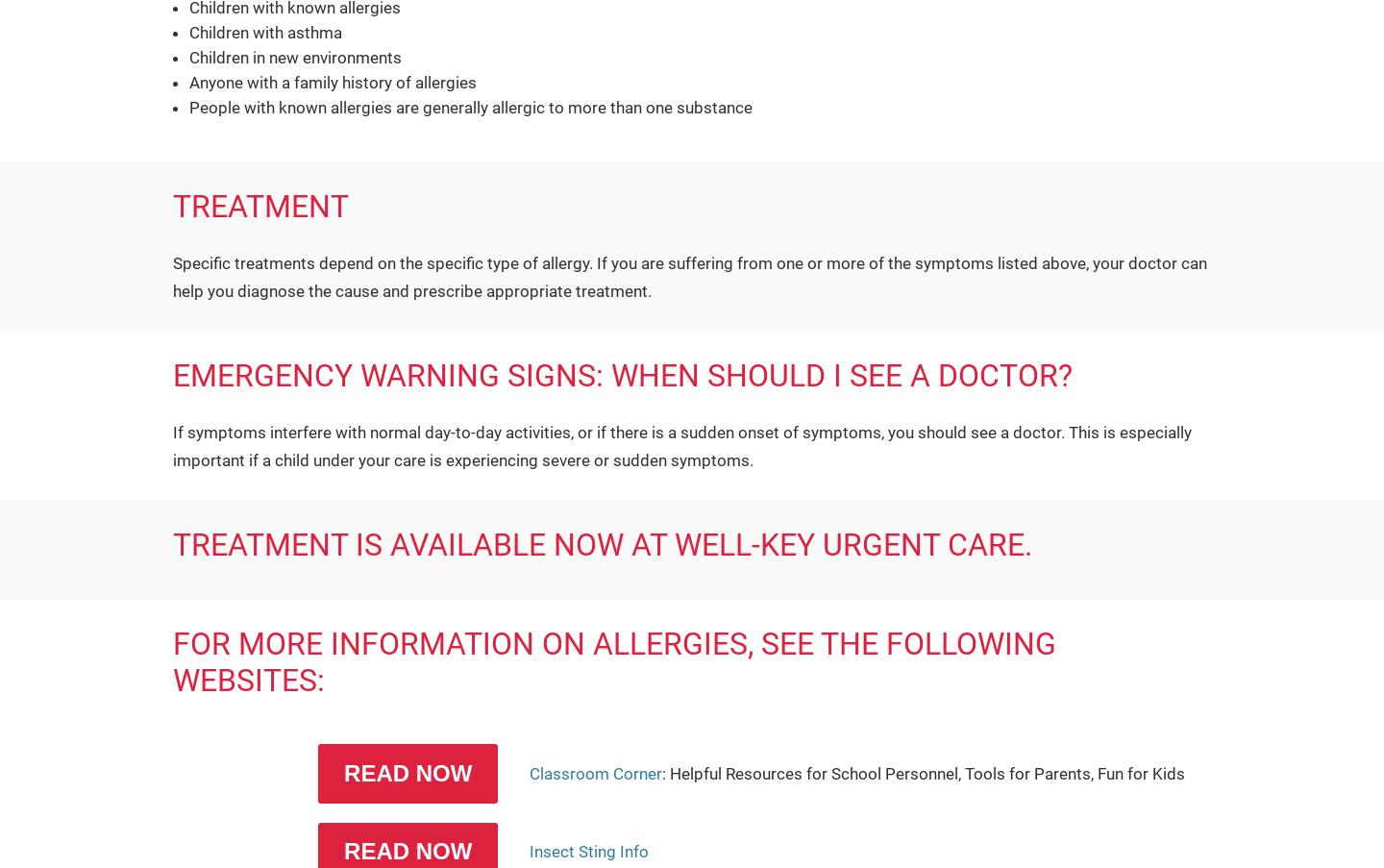 Image resolution: width=1384 pixels, height=868 pixels. Describe the element at coordinates (295, 55) in the screenshot. I see `'Children in new environments'` at that location.